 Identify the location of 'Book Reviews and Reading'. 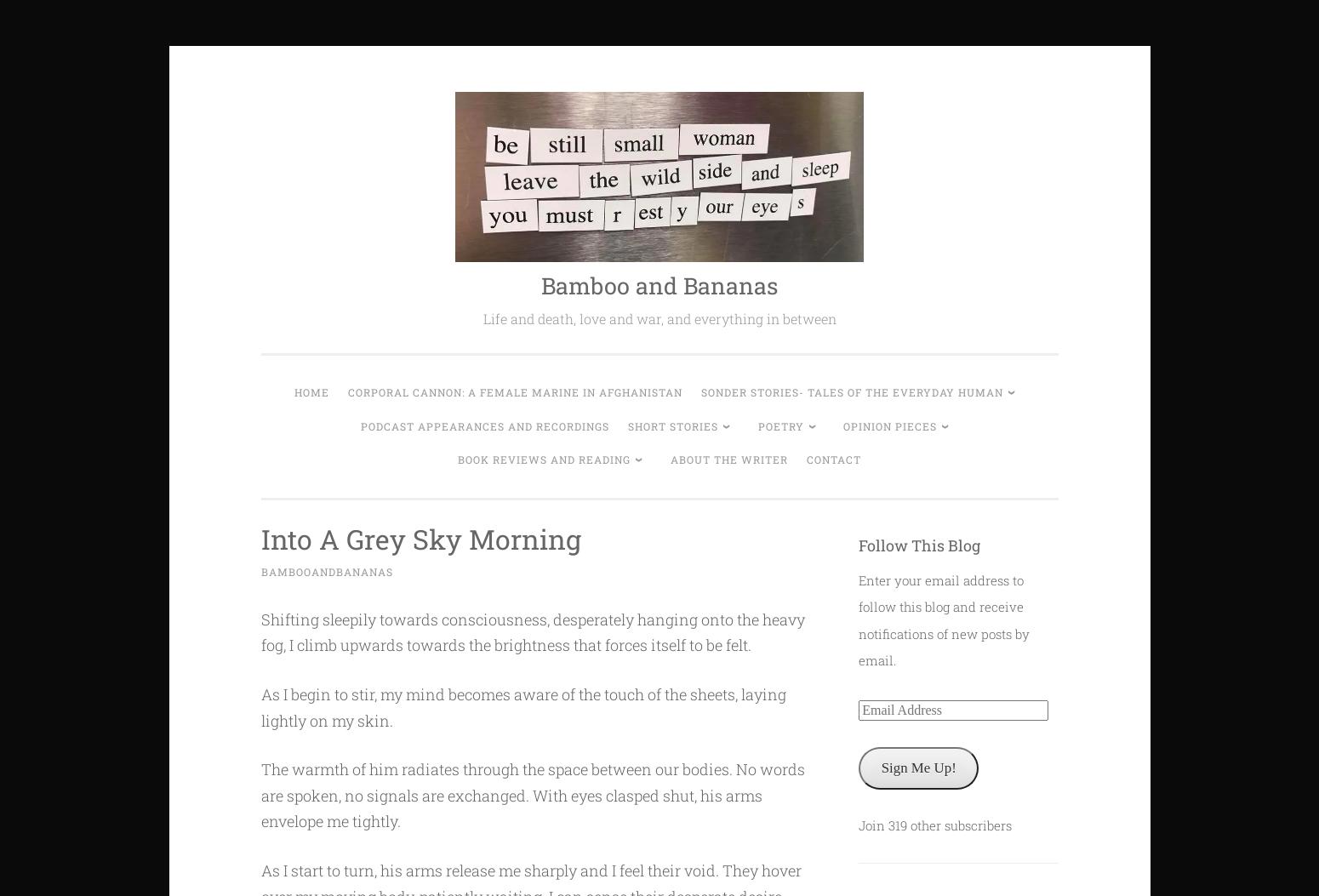
(457, 458).